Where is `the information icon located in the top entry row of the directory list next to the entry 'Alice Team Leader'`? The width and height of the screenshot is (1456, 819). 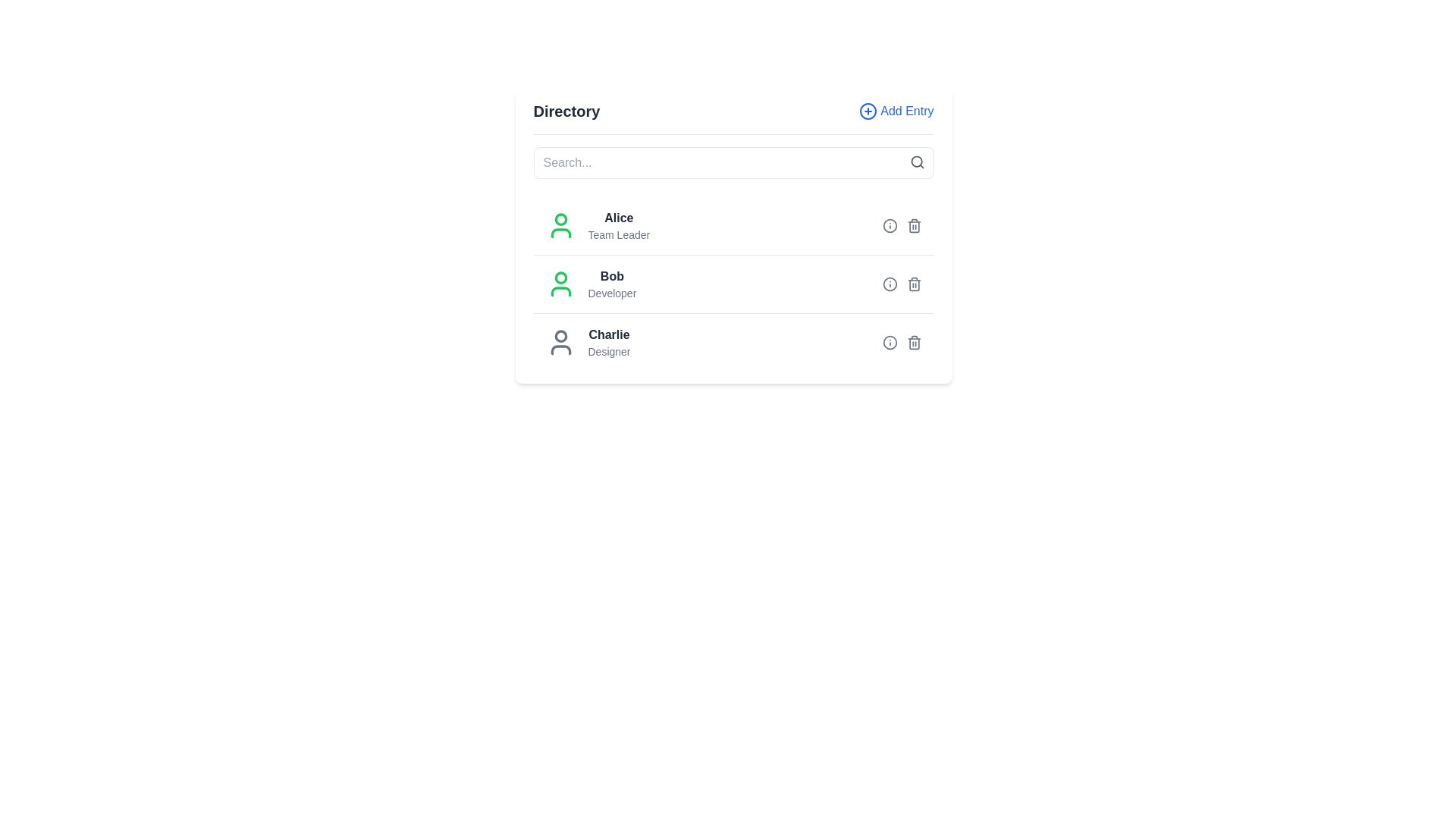
the information icon located in the top entry row of the directory list next to the entry 'Alice Team Leader' is located at coordinates (902, 225).